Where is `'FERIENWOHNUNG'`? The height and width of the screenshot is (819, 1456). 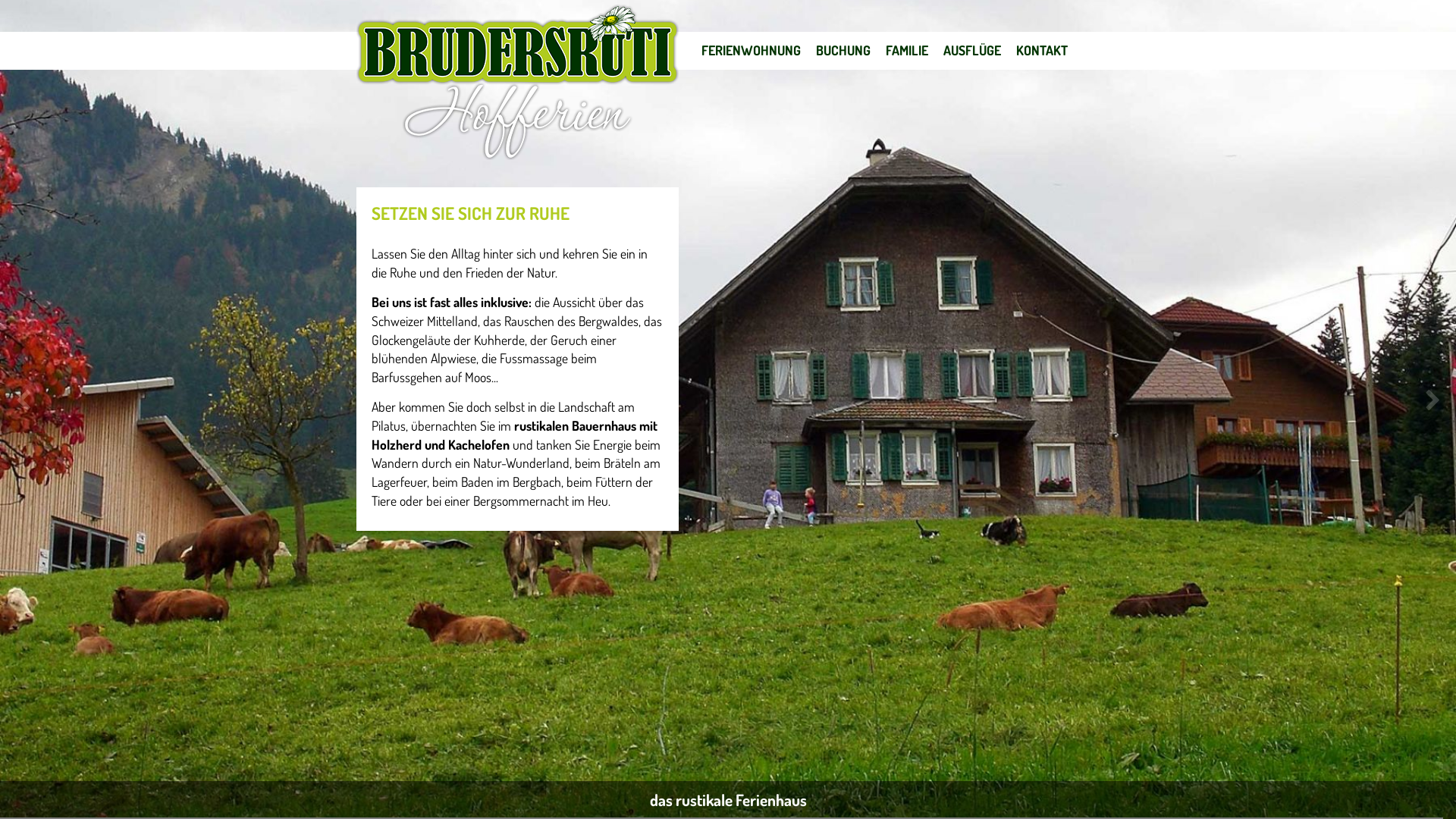 'FERIENWOHNUNG' is located at coordinates (751, 49).